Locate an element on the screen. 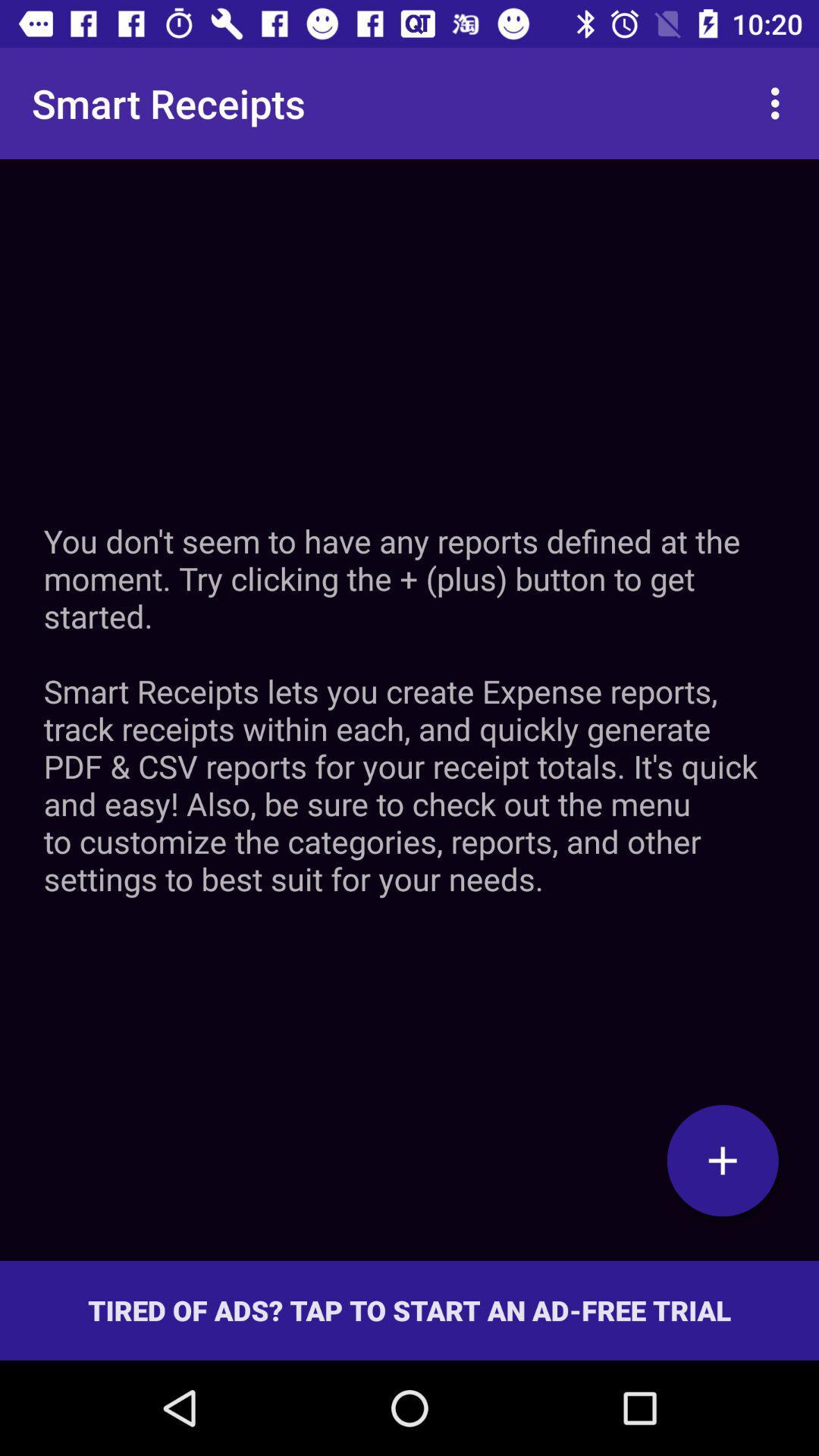 This screenshot has width=819, height=1456. icon next to the smart receipts item is located at coordinates (779, 102).